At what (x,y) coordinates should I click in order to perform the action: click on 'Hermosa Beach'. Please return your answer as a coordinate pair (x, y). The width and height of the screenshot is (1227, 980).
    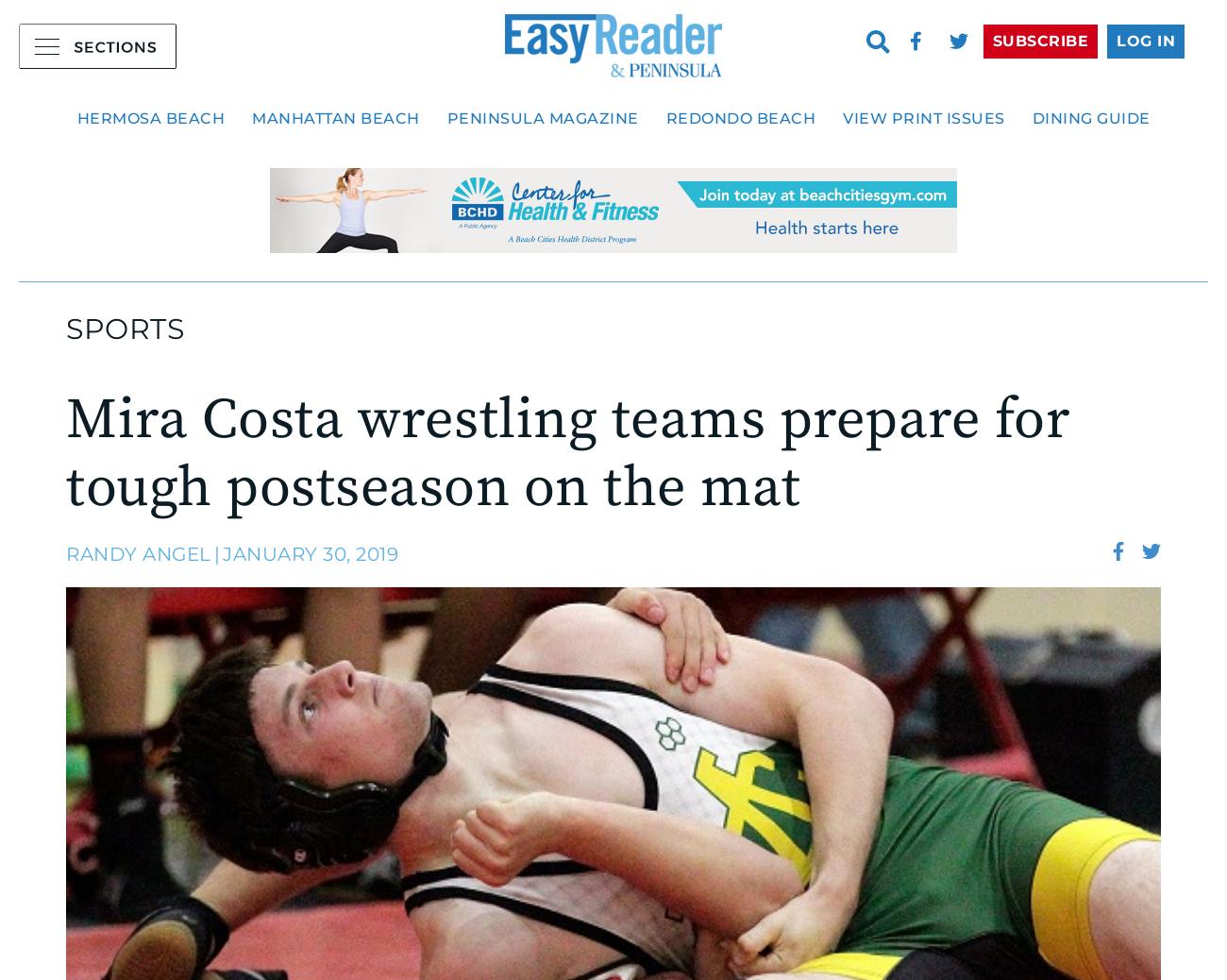
    Looking at the image, I should click on (149, 117).